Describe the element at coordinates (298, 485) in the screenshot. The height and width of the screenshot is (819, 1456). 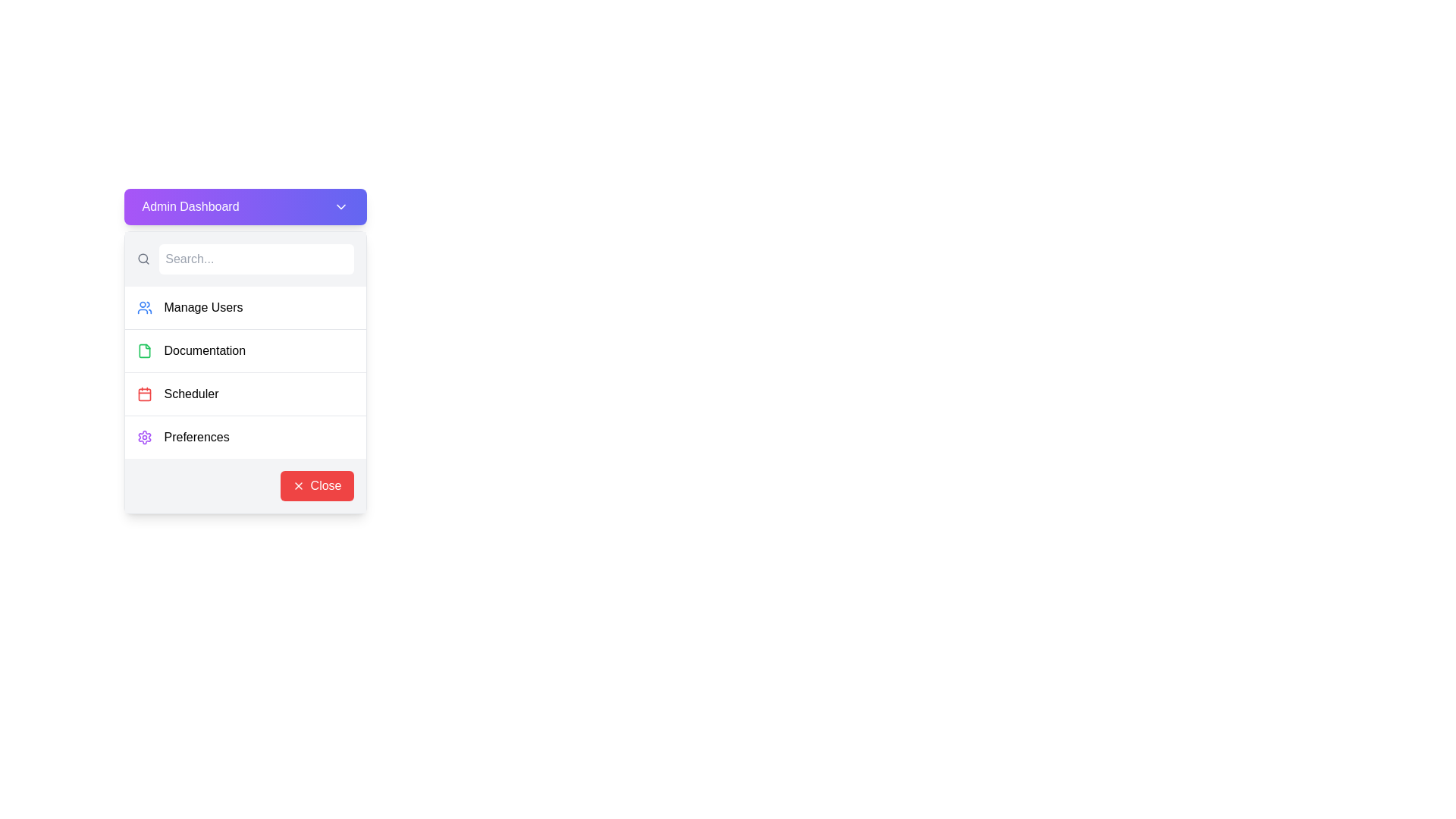
I see `the 'close' icon located inside the red button at the bottom right corner of the popup menu, adjacent to the text 'Close'` at that location.